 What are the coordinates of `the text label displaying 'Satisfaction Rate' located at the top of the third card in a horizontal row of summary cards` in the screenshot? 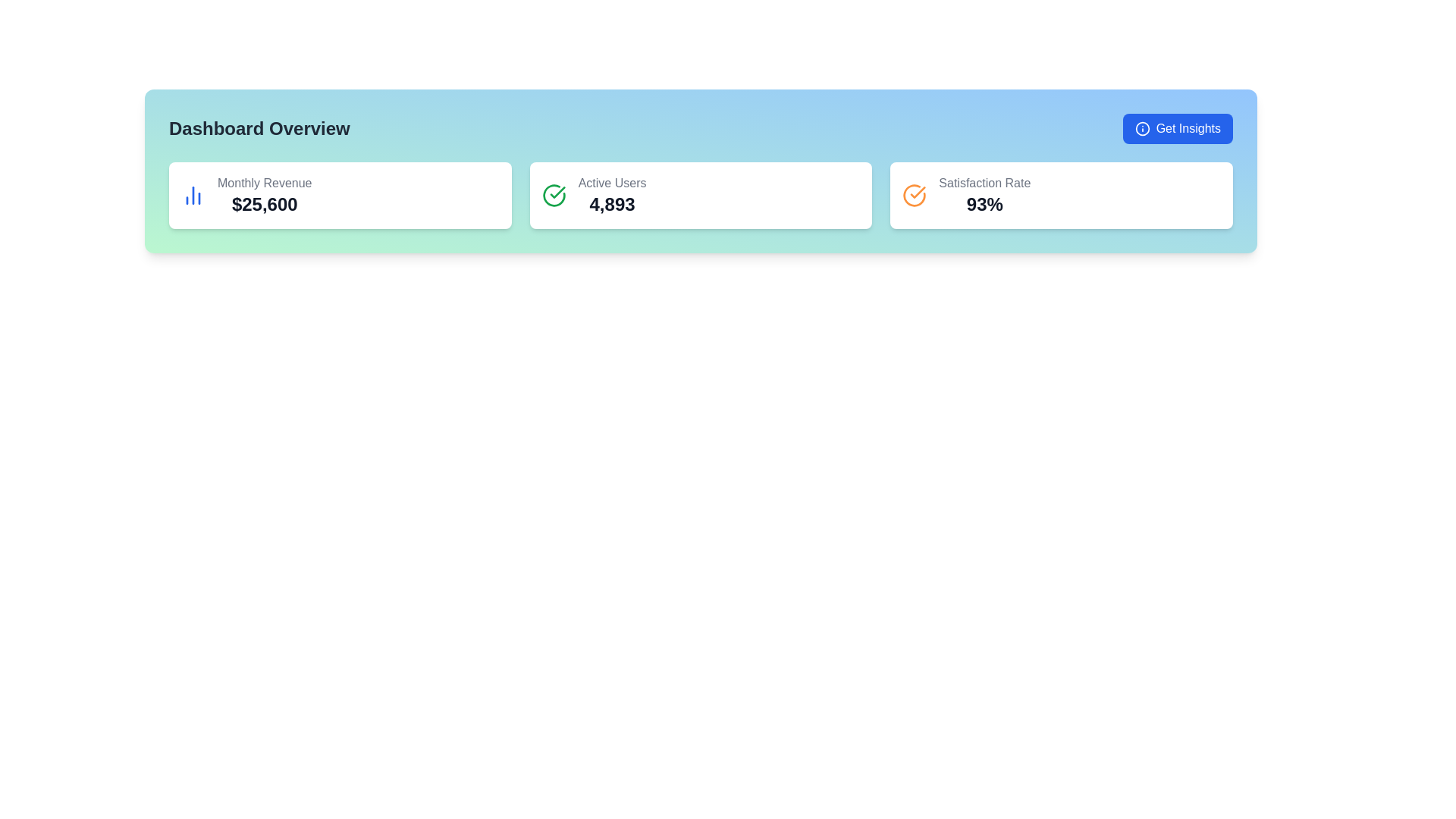 It's located at (984, 183).